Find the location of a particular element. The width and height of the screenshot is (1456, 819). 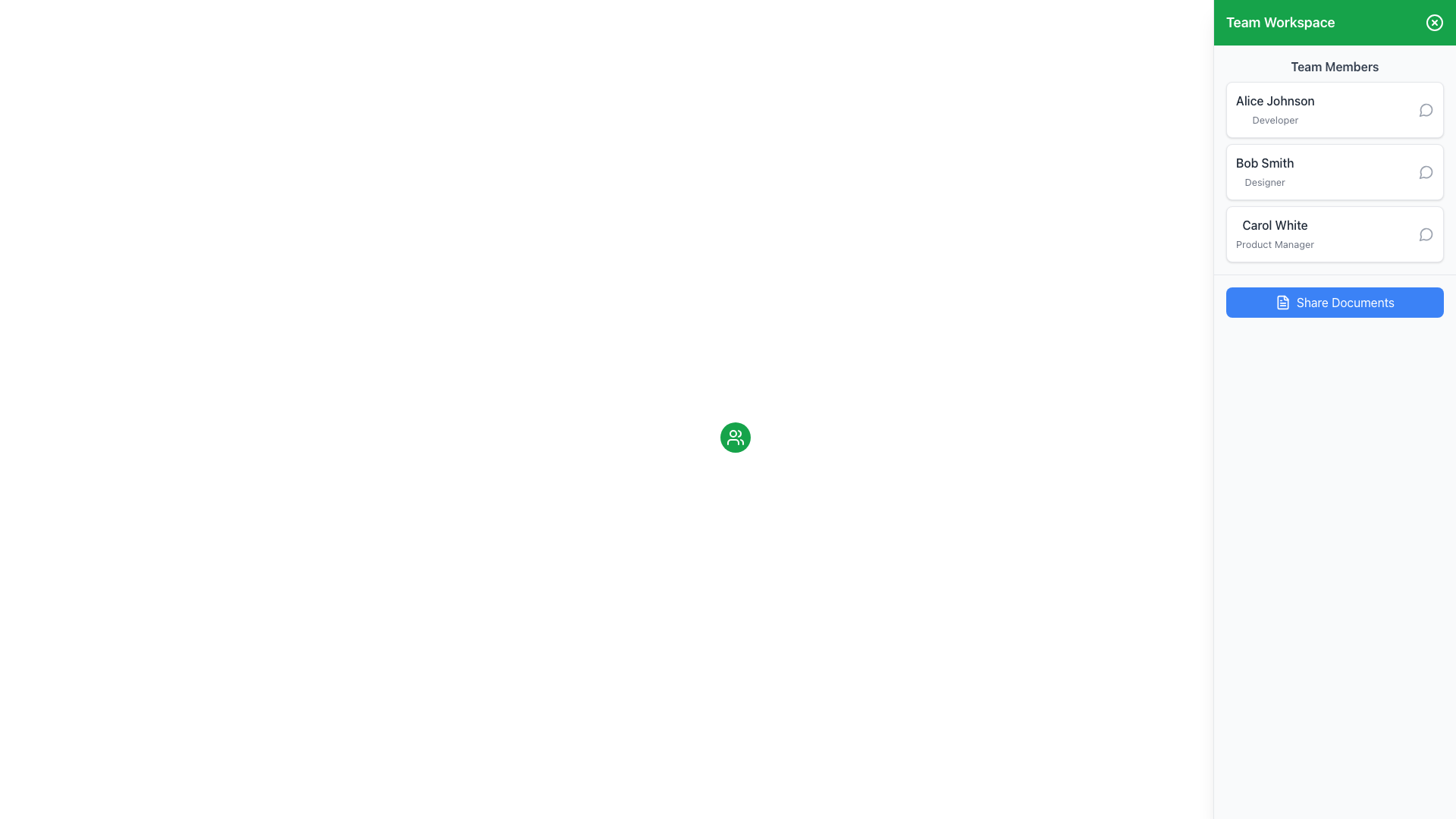

the text label that provides information about 'Alice Johnson' located under the 'Team Members' section is located at coordinates (1274, 119).